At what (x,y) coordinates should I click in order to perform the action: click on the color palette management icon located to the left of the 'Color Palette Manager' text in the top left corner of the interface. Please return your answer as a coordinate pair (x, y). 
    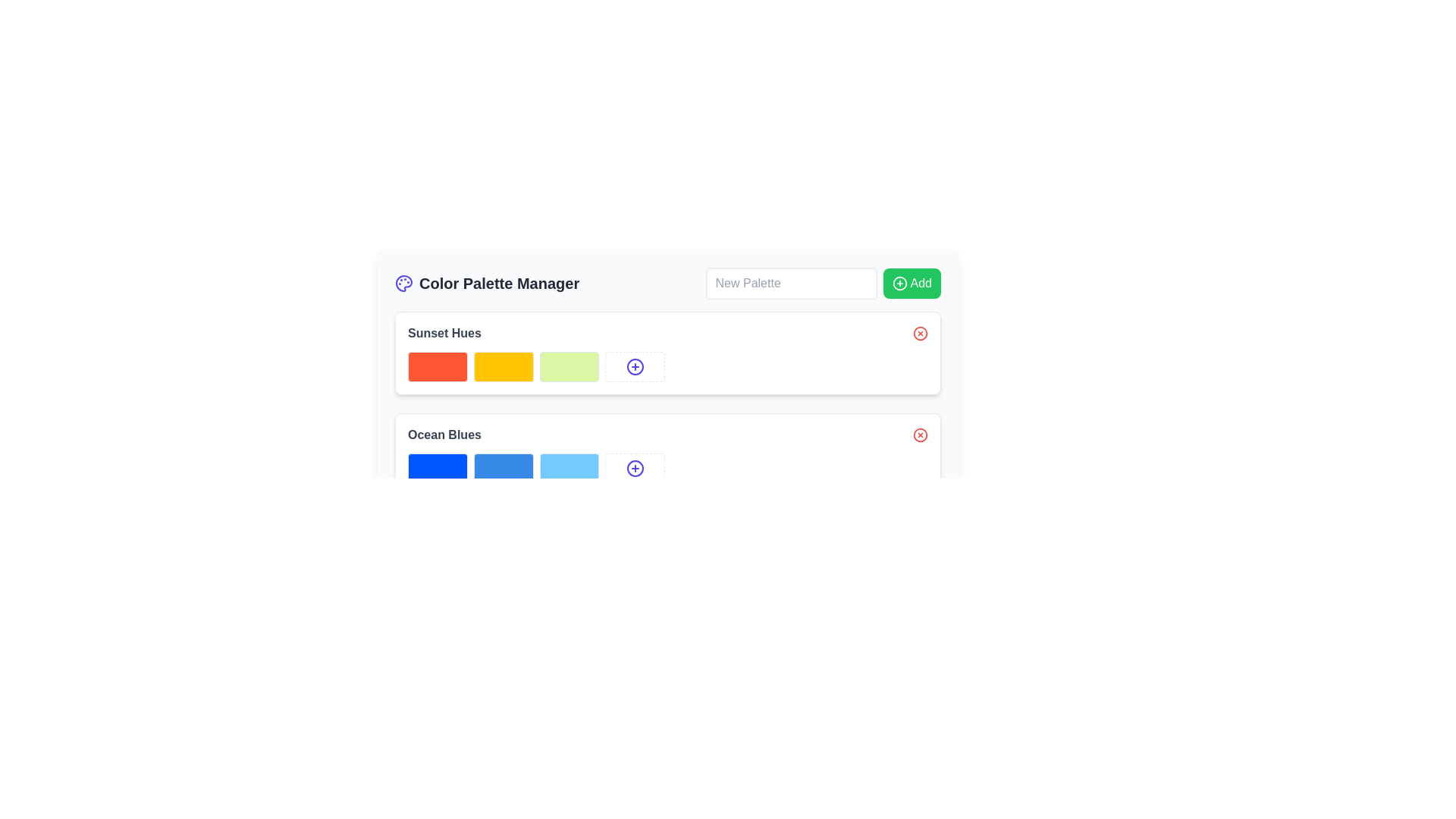
    Looking at the image, I should click on (403, 284).